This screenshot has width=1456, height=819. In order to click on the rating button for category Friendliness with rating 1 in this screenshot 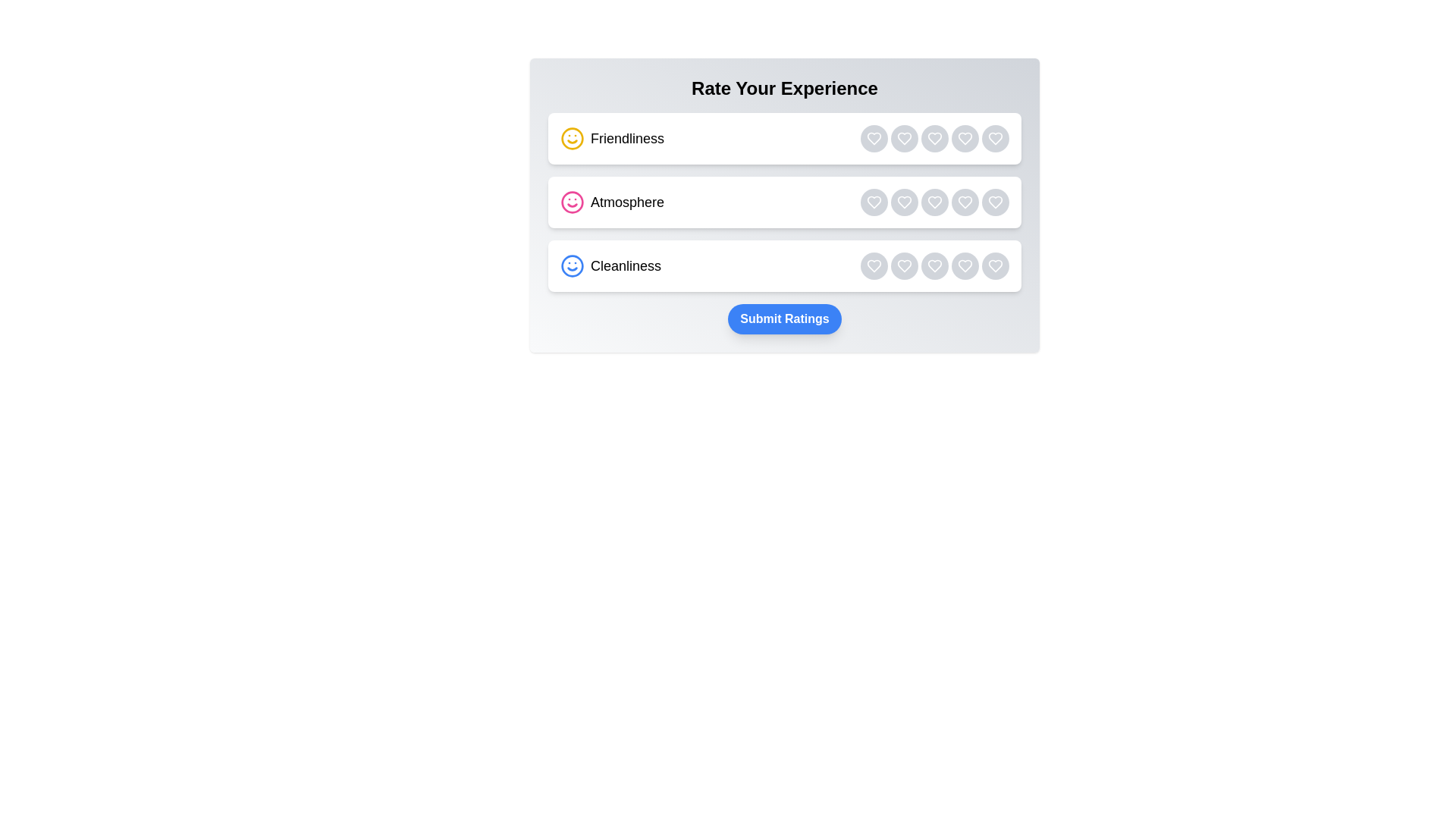, I will do `click(874, 138)`.